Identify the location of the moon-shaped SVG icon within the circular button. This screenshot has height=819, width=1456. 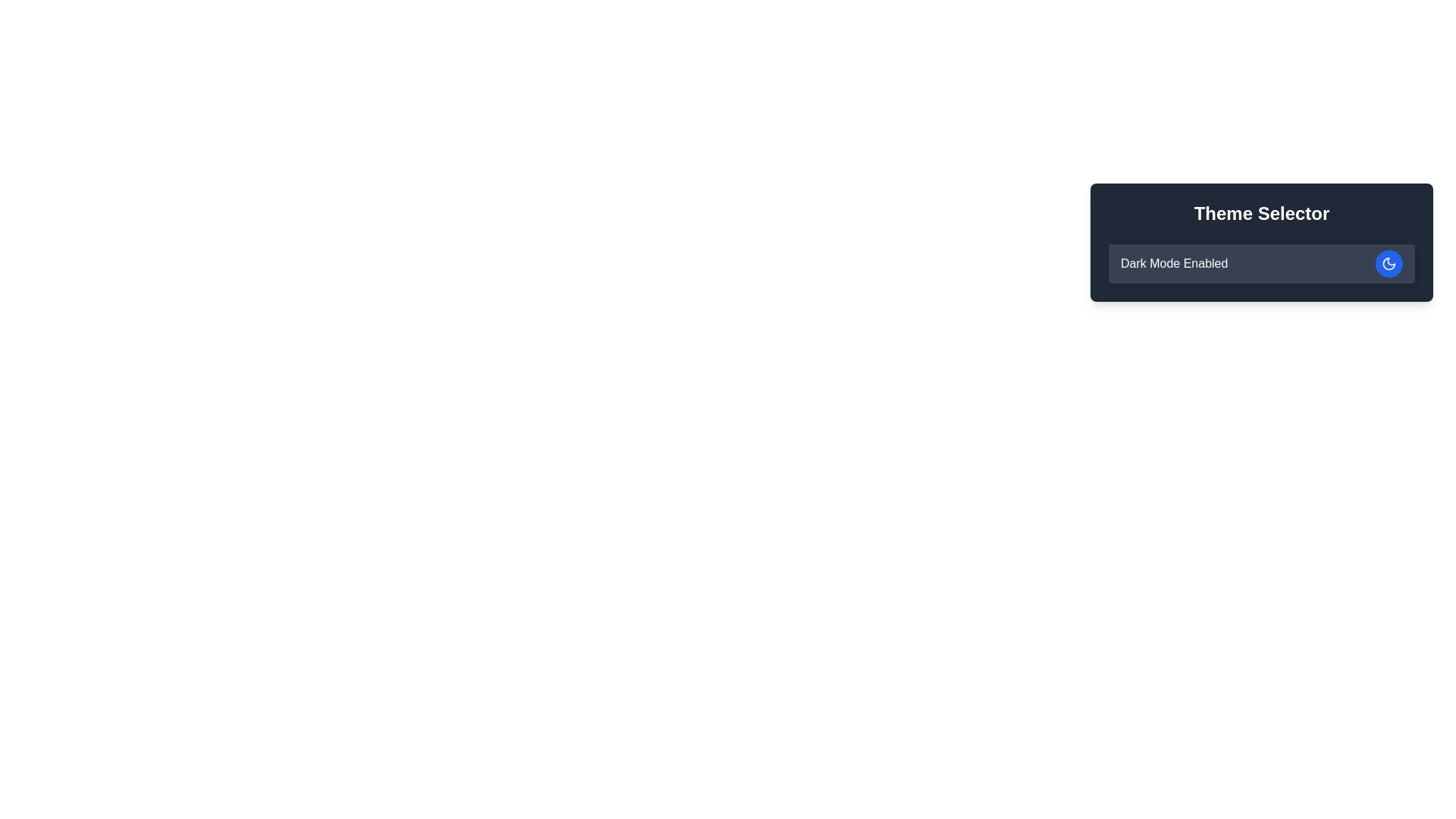
(1389, 262).